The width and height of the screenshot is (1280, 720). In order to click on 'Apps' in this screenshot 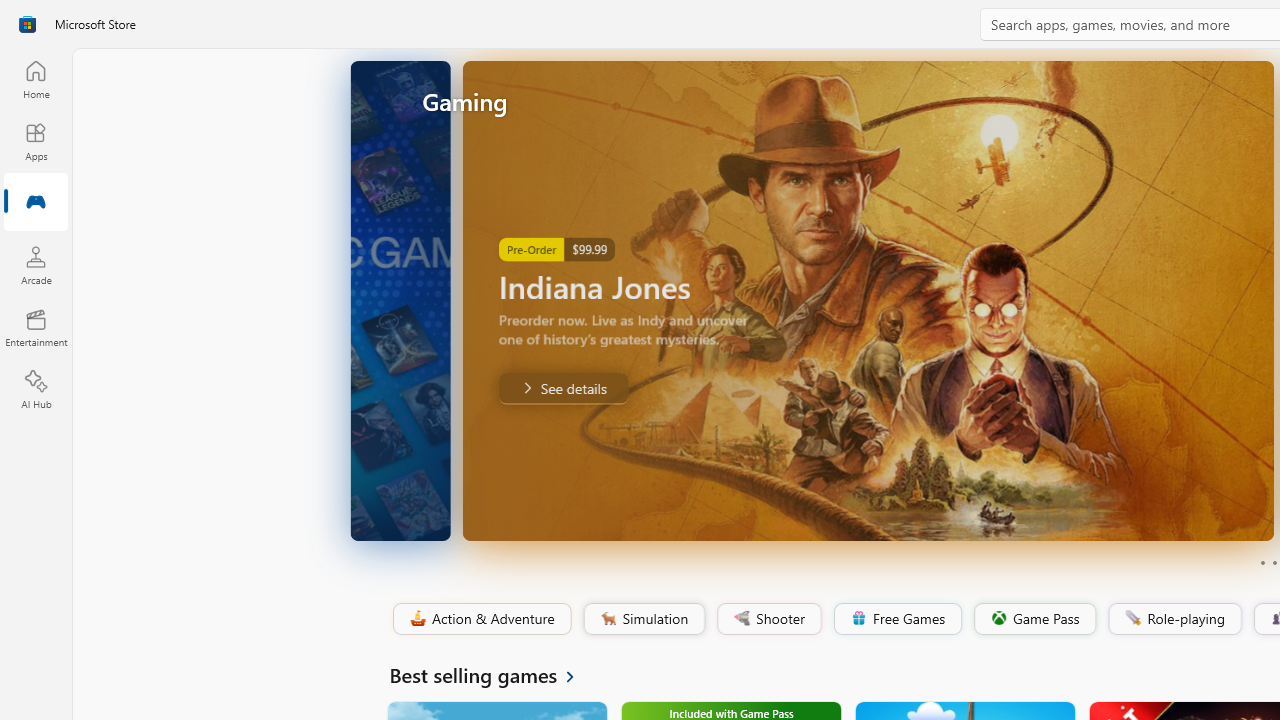, I will do `click(35, 140)`.